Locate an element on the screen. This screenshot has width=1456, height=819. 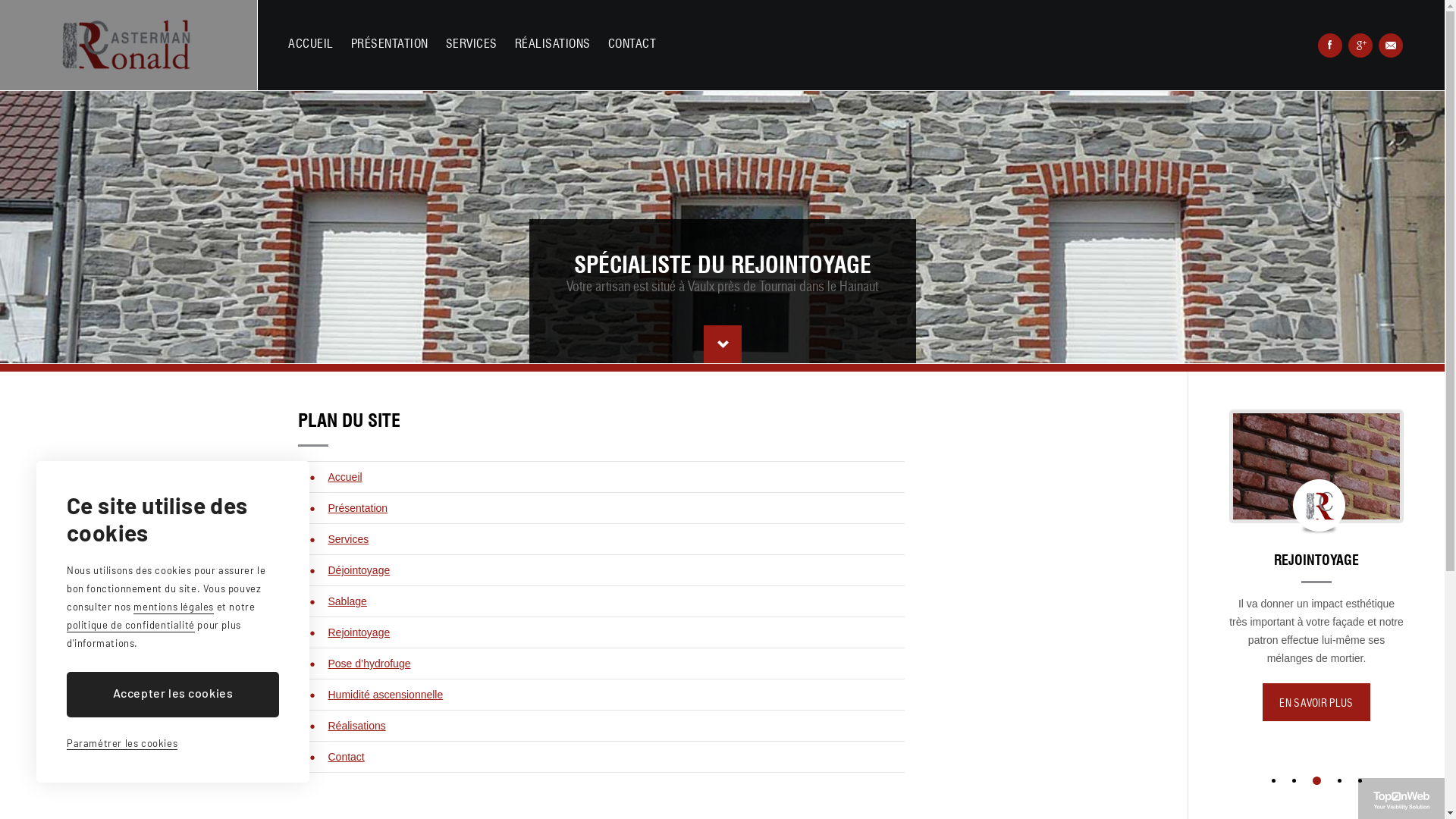
'5' is located at coordinates (1359, 780).